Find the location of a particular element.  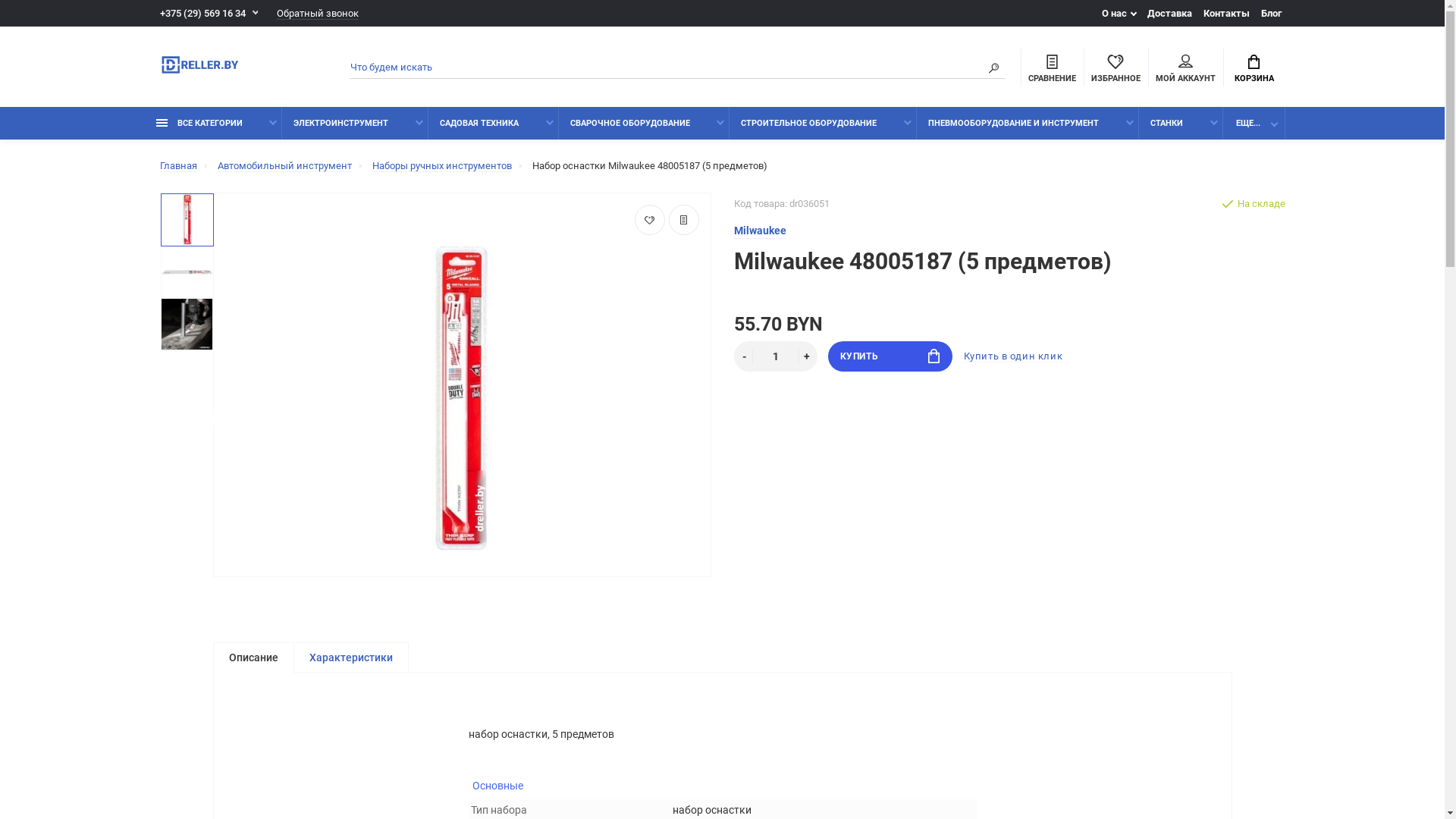

'Milwaukee' is located at coordinates (760, 231).